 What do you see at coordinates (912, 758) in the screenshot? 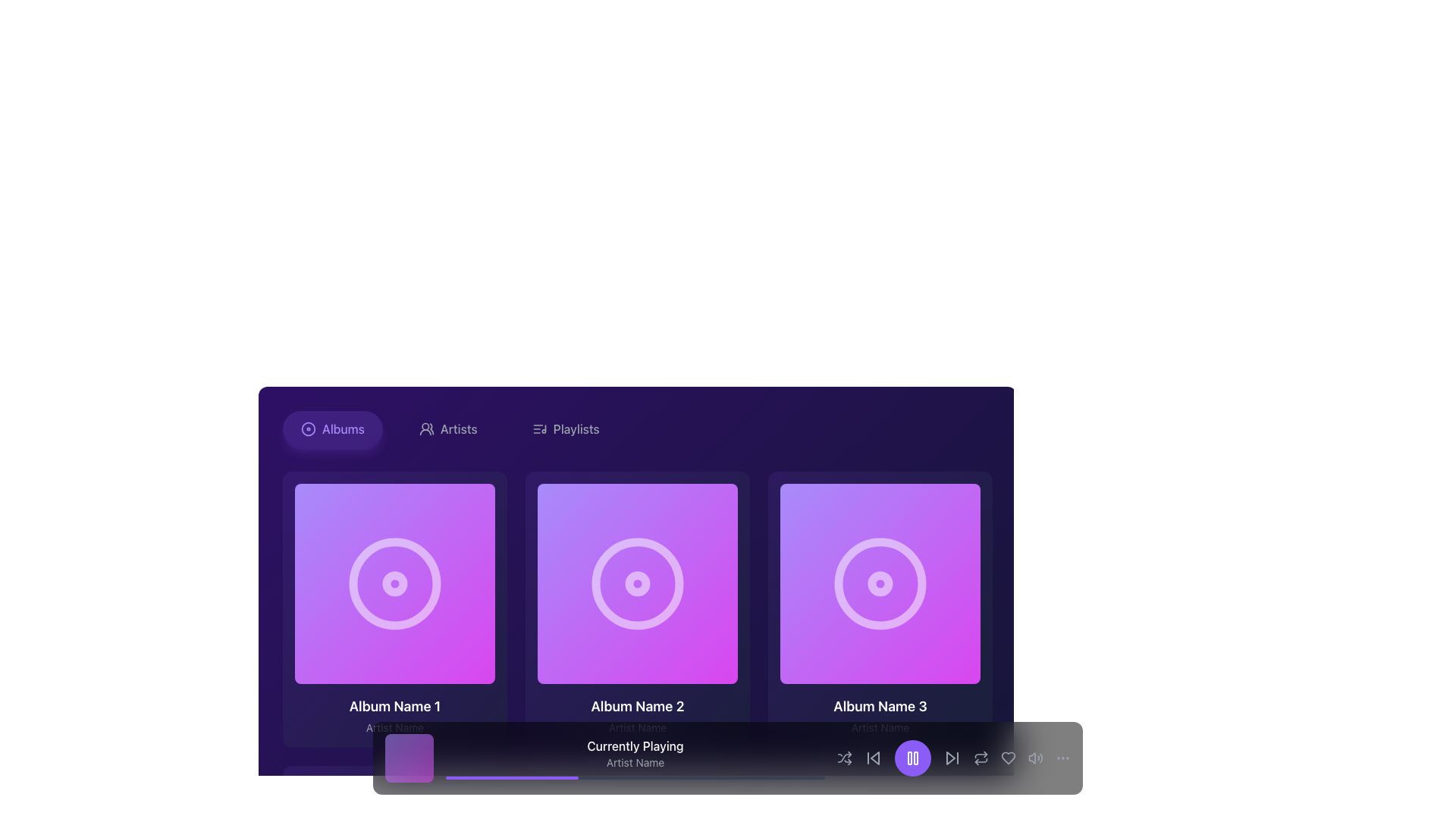
I see `the 'pause' button icon, which is white with two vertical rectangles on a circular purple background` at bounding box center [912, 758].